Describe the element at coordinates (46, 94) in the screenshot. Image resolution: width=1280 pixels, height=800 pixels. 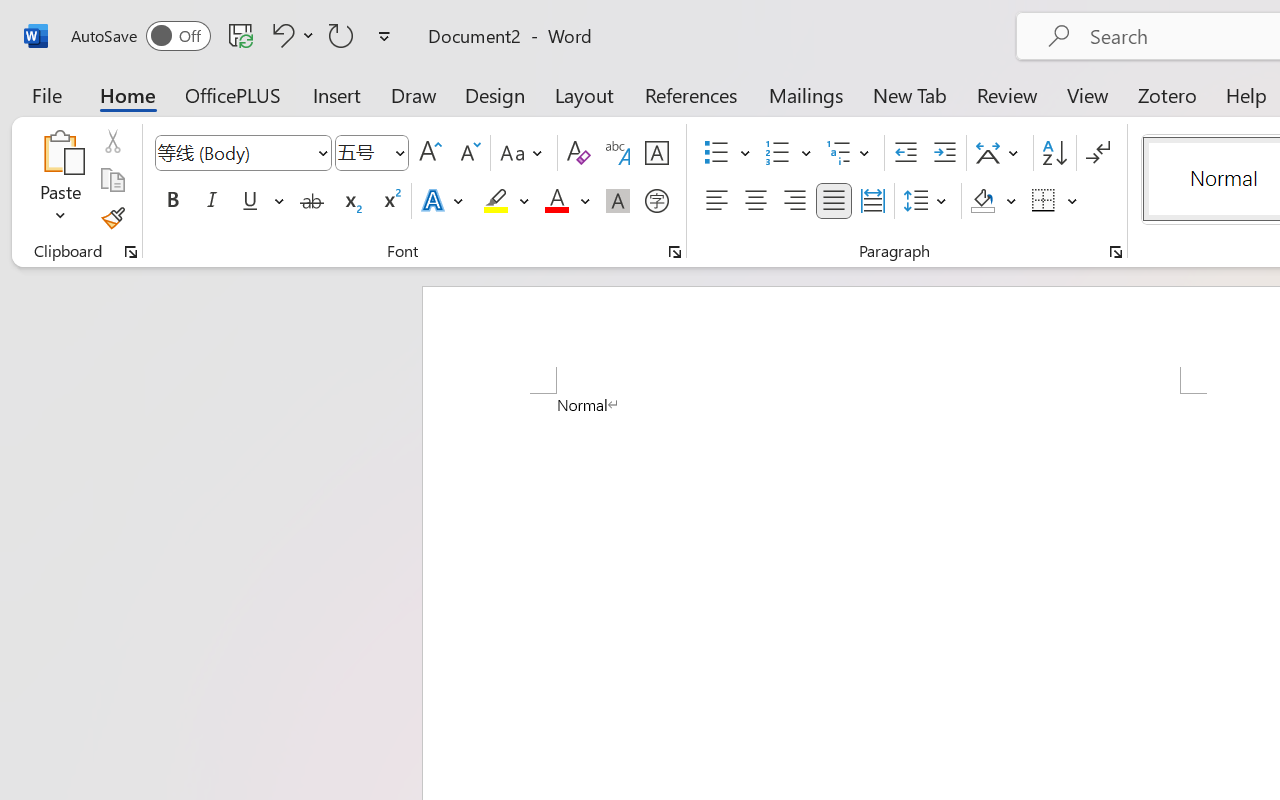
I see `'File Tab'` at that location.